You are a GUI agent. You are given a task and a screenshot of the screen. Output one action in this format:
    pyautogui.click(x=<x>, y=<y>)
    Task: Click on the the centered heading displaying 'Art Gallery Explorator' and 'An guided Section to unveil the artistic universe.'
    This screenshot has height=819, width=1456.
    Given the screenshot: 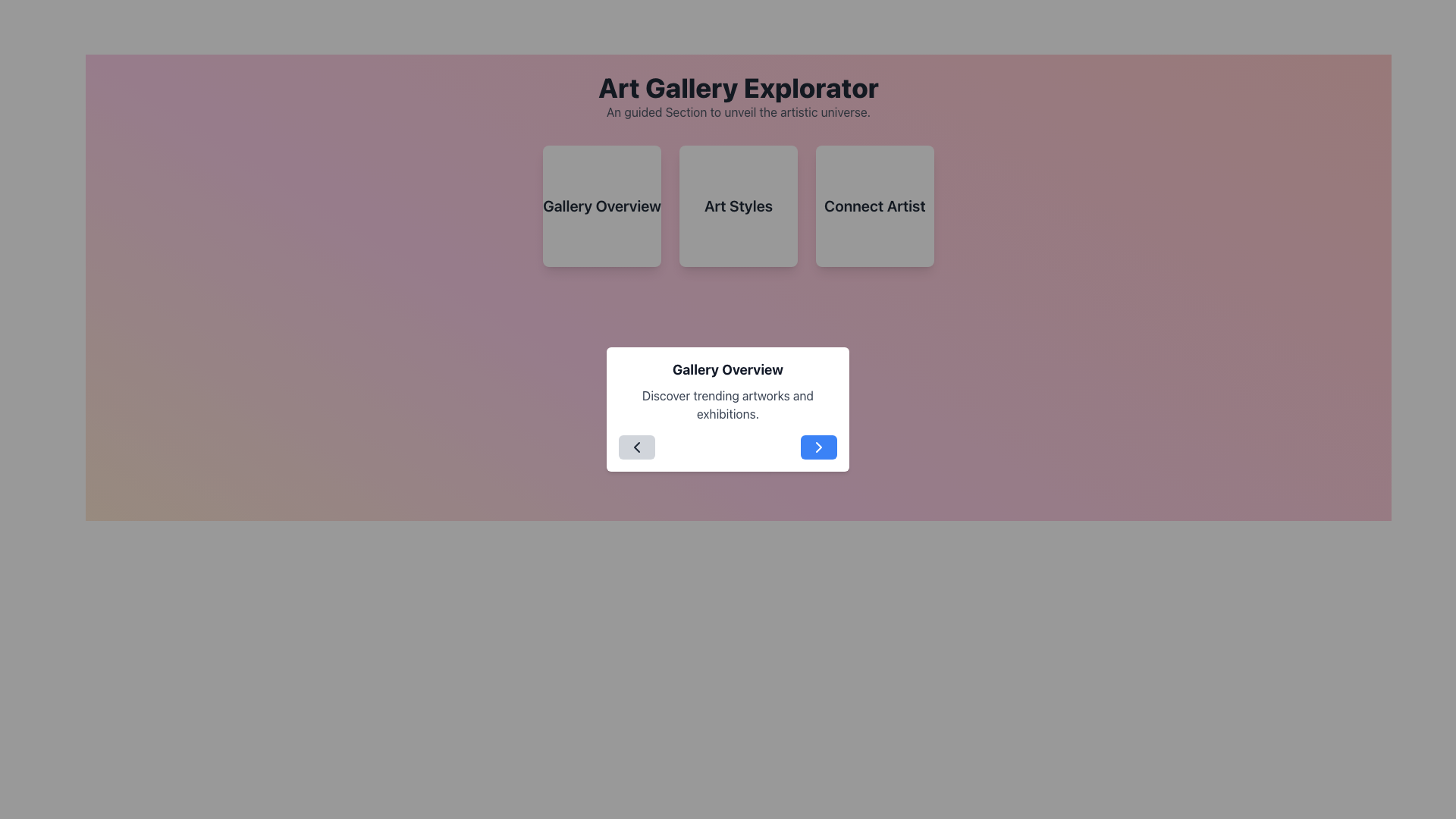 What is the action you would take?
    pyautogui.click(x=739, y=96)
    